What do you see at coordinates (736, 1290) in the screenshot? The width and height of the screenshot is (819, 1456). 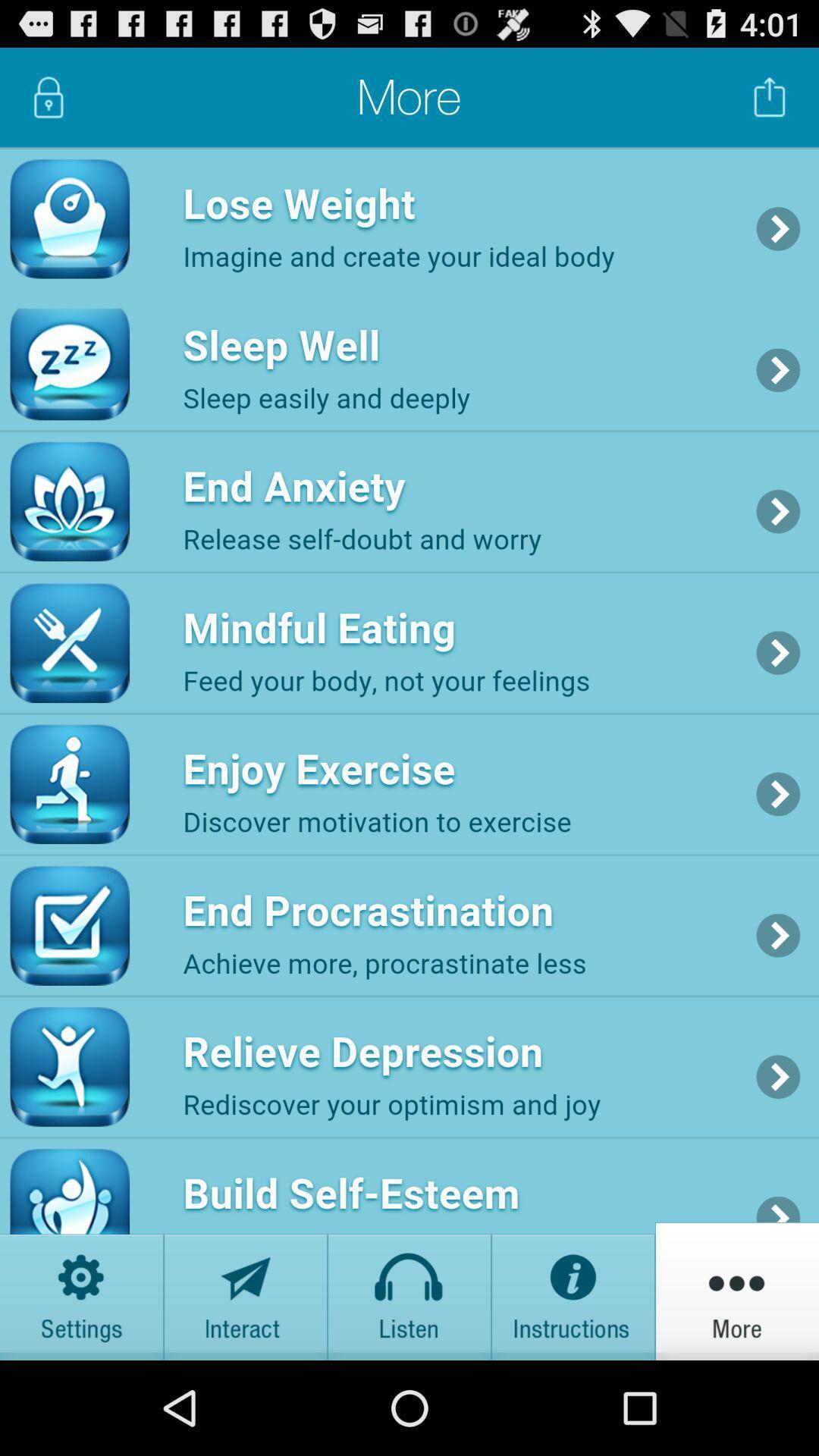 I see `click more options` at bounding box center [736, 1290].